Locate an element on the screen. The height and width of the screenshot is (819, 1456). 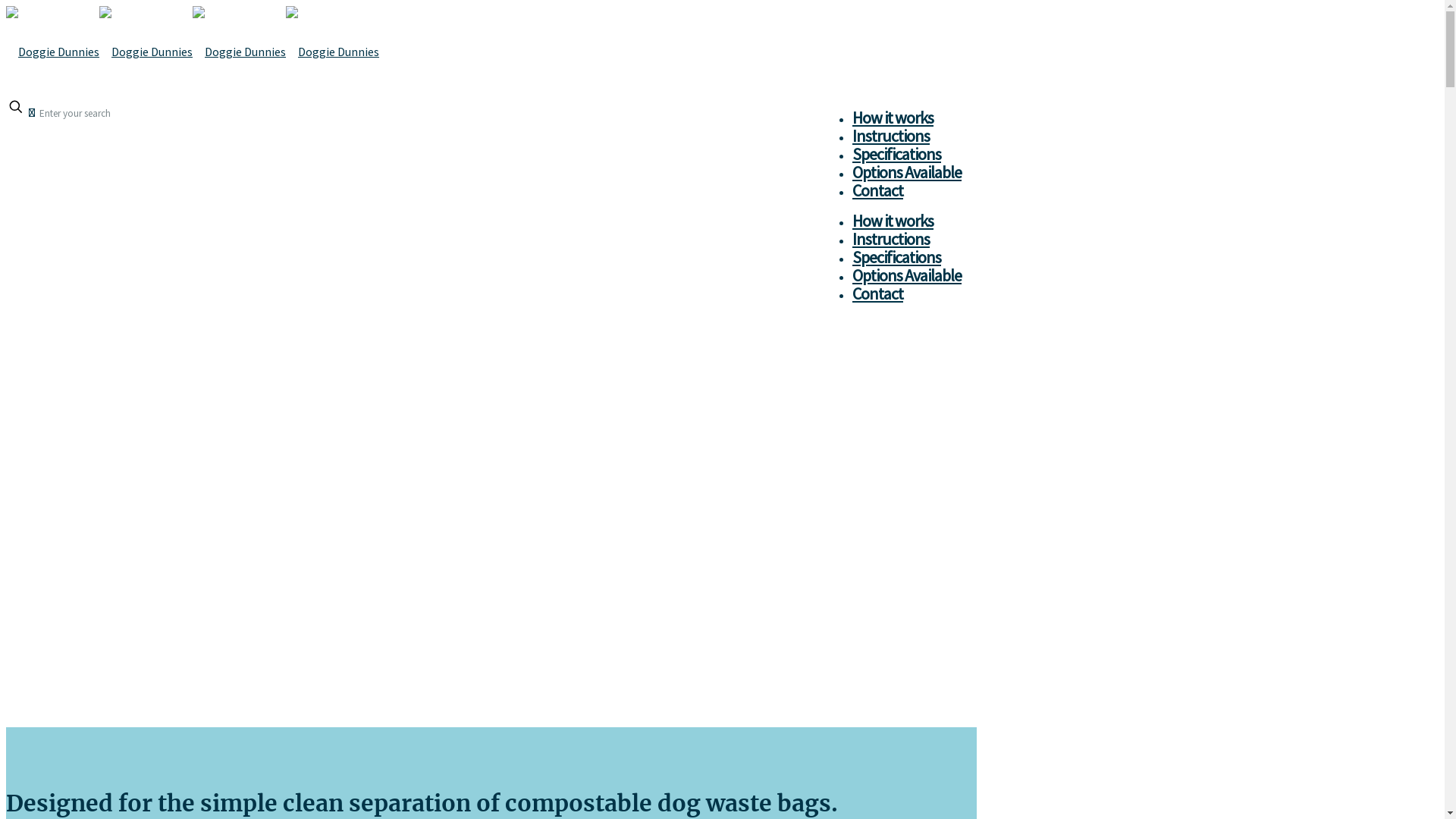
'Specifications' is located at coordinates (896, 256).